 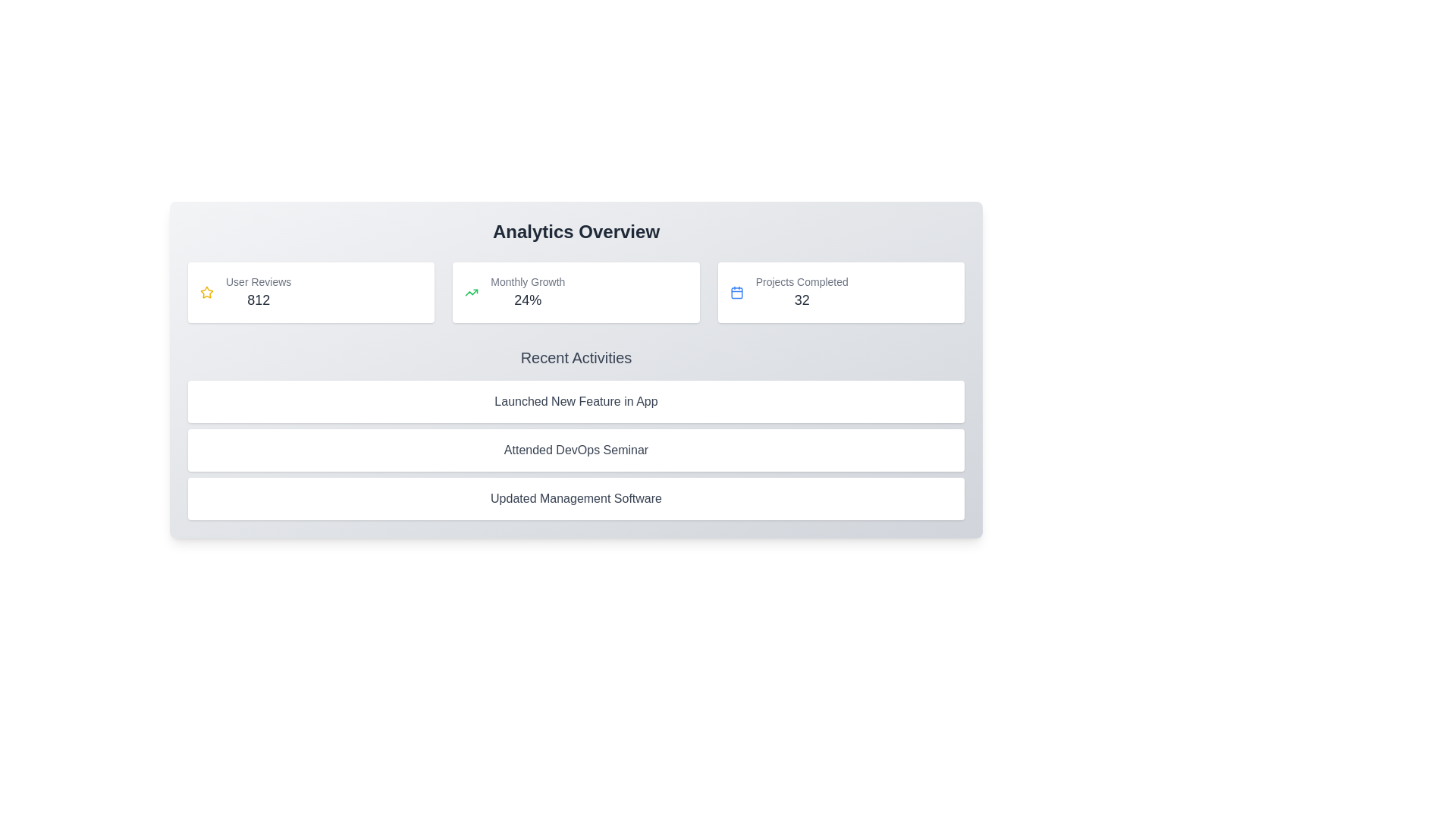 What do you see at coordinates (206, 292) in the screenshot?
I see `the star-shaped icon filled with yellow color and outlined in black, which is part of the 'User Reviews' card displaying the count '812'` at bounding box center [206, 292].